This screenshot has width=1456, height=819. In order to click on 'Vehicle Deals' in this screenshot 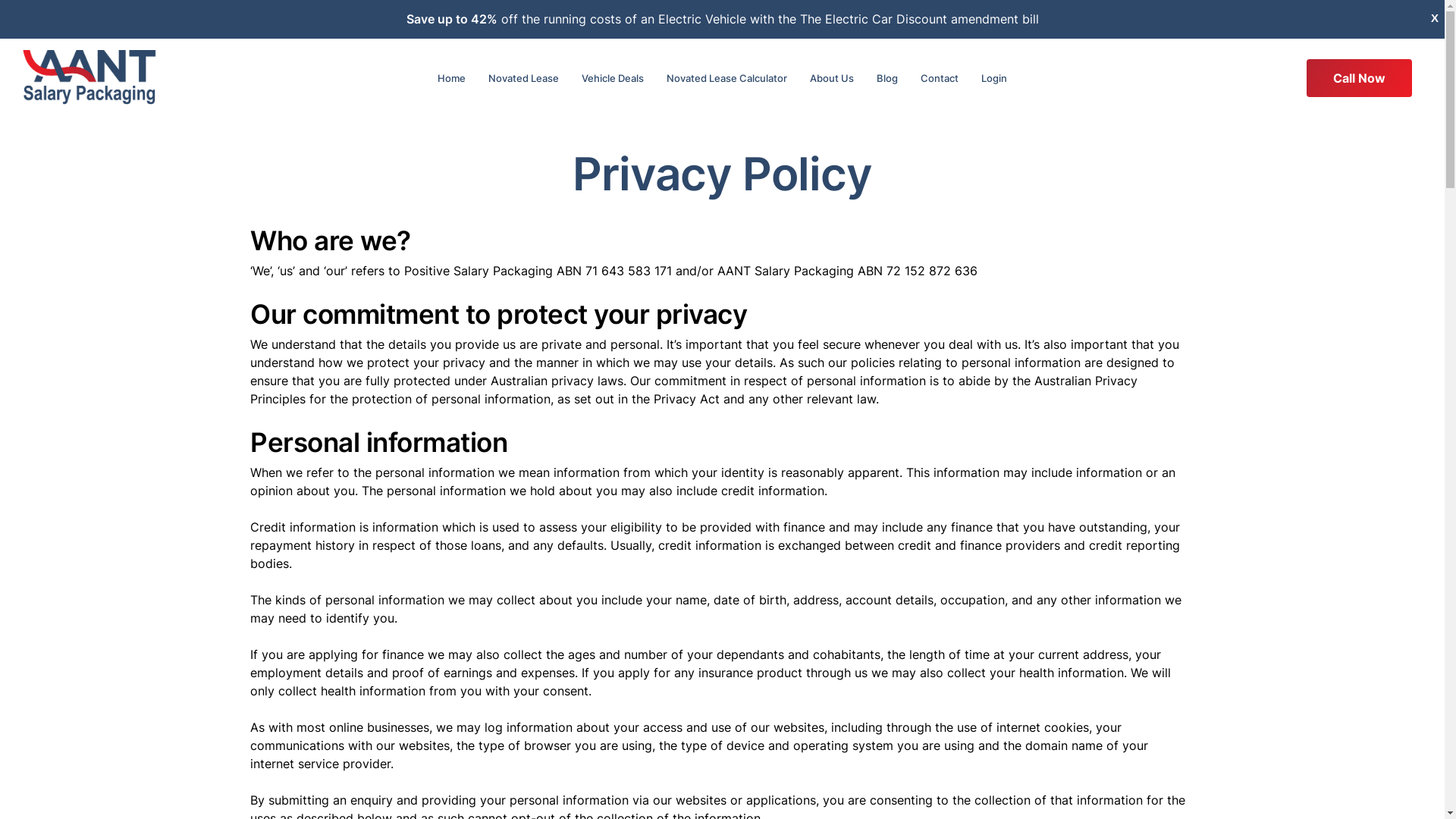, I will do `click(612, 78)`.